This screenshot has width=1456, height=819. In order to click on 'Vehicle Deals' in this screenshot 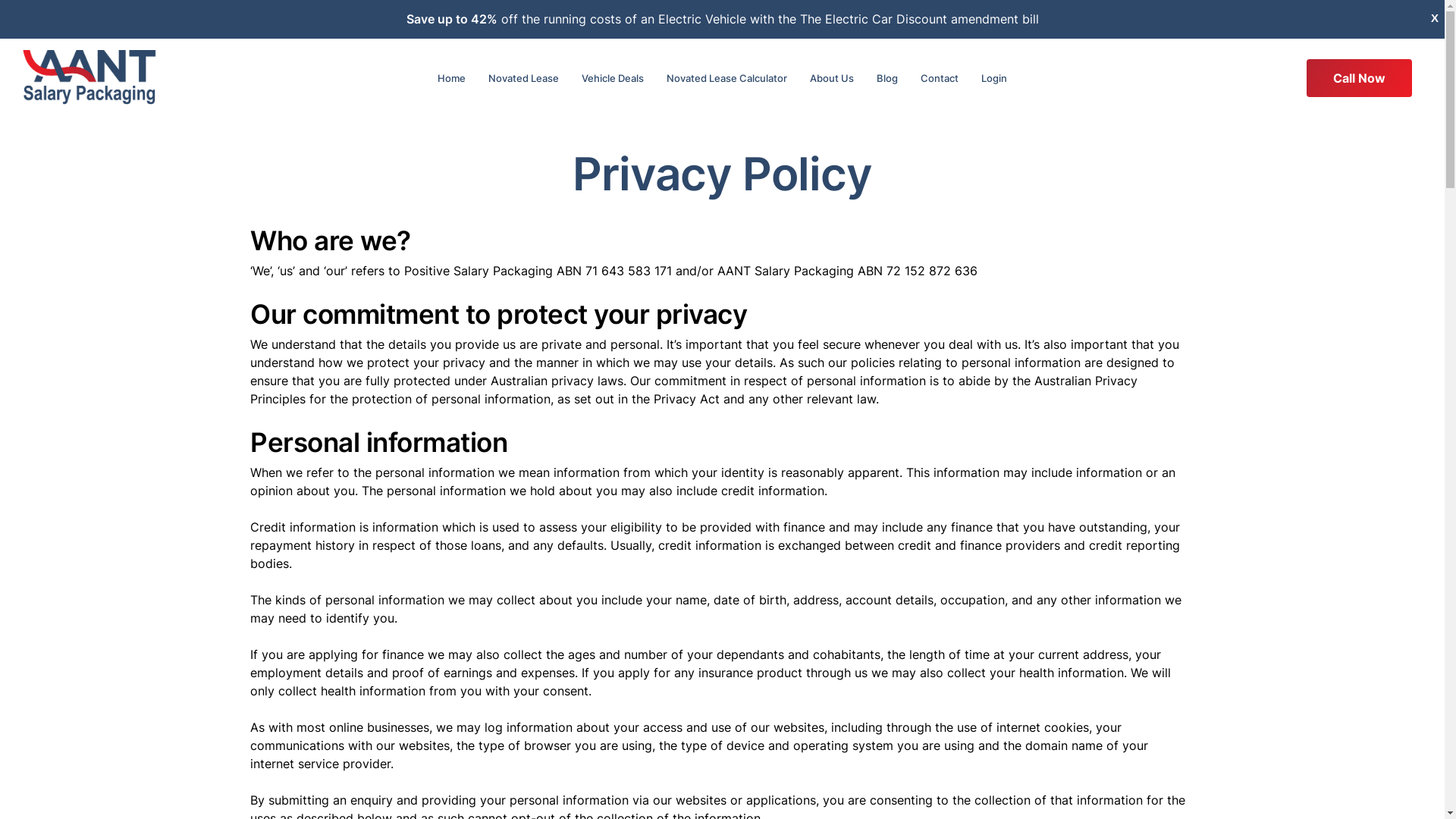, I will do `click(612, 78)`.